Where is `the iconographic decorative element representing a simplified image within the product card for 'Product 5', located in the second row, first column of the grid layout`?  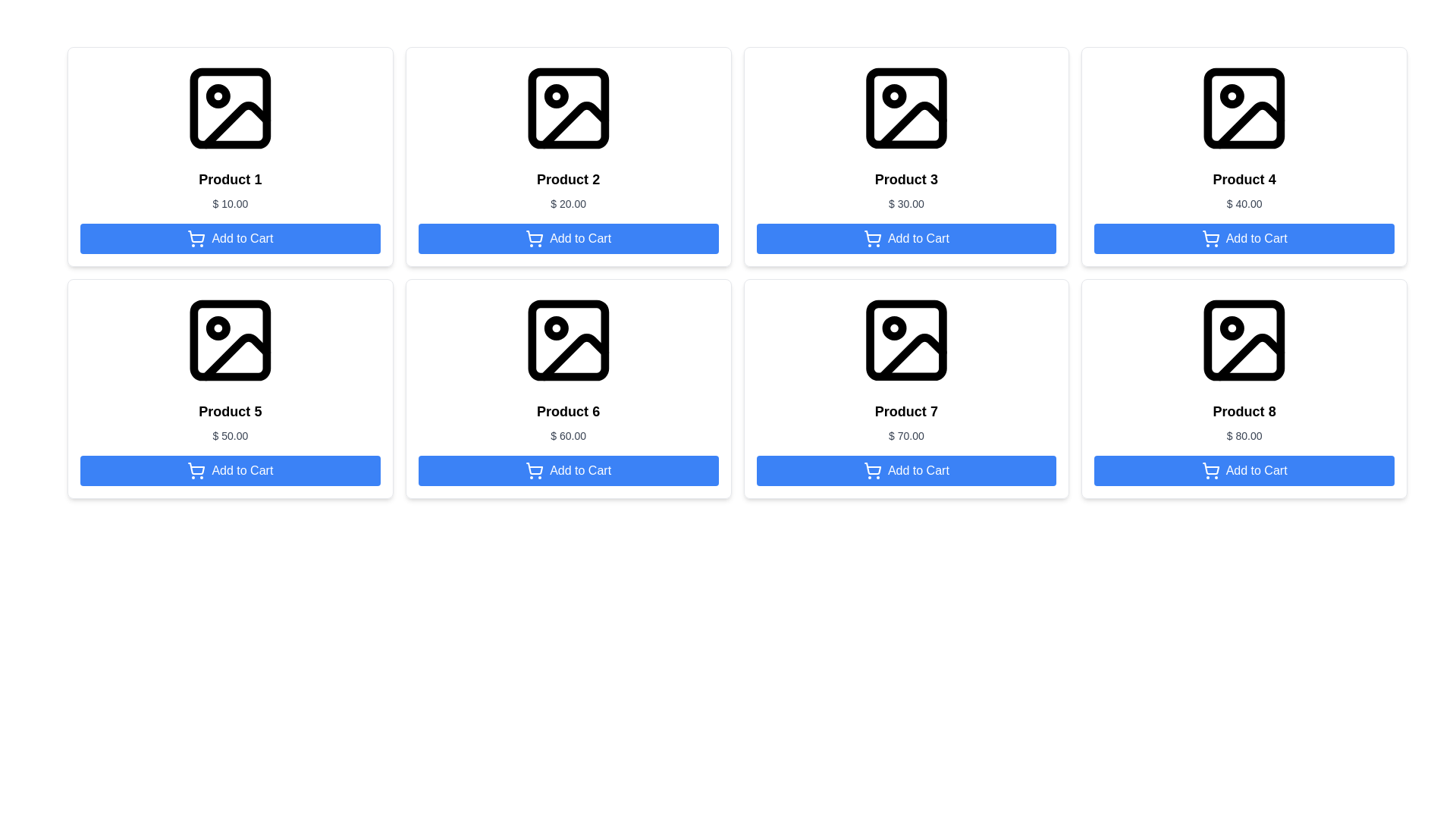 the iconographic decorative element representing a simplified image within the product card for 'Product 5', located in the second row, first column of the grid layout is located at coordinates (235, 357).